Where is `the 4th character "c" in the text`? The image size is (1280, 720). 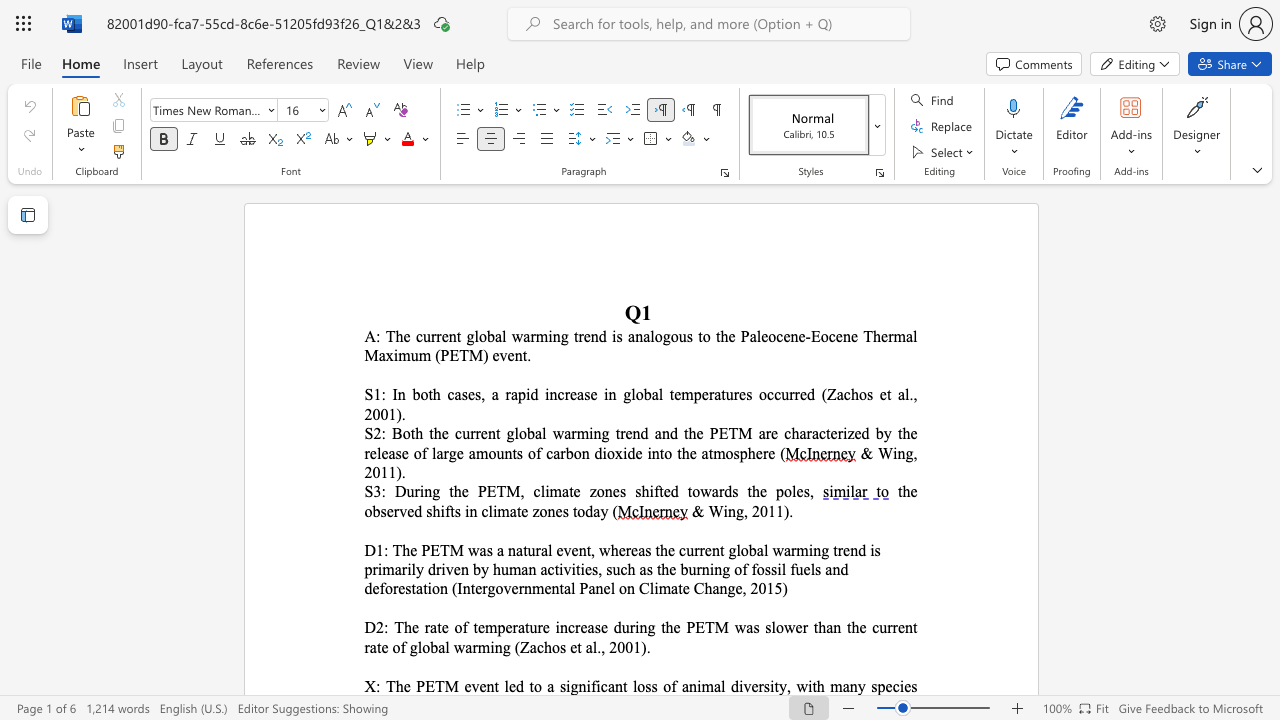 the 4th character "c" in the text is located at coordinates (776, 394).